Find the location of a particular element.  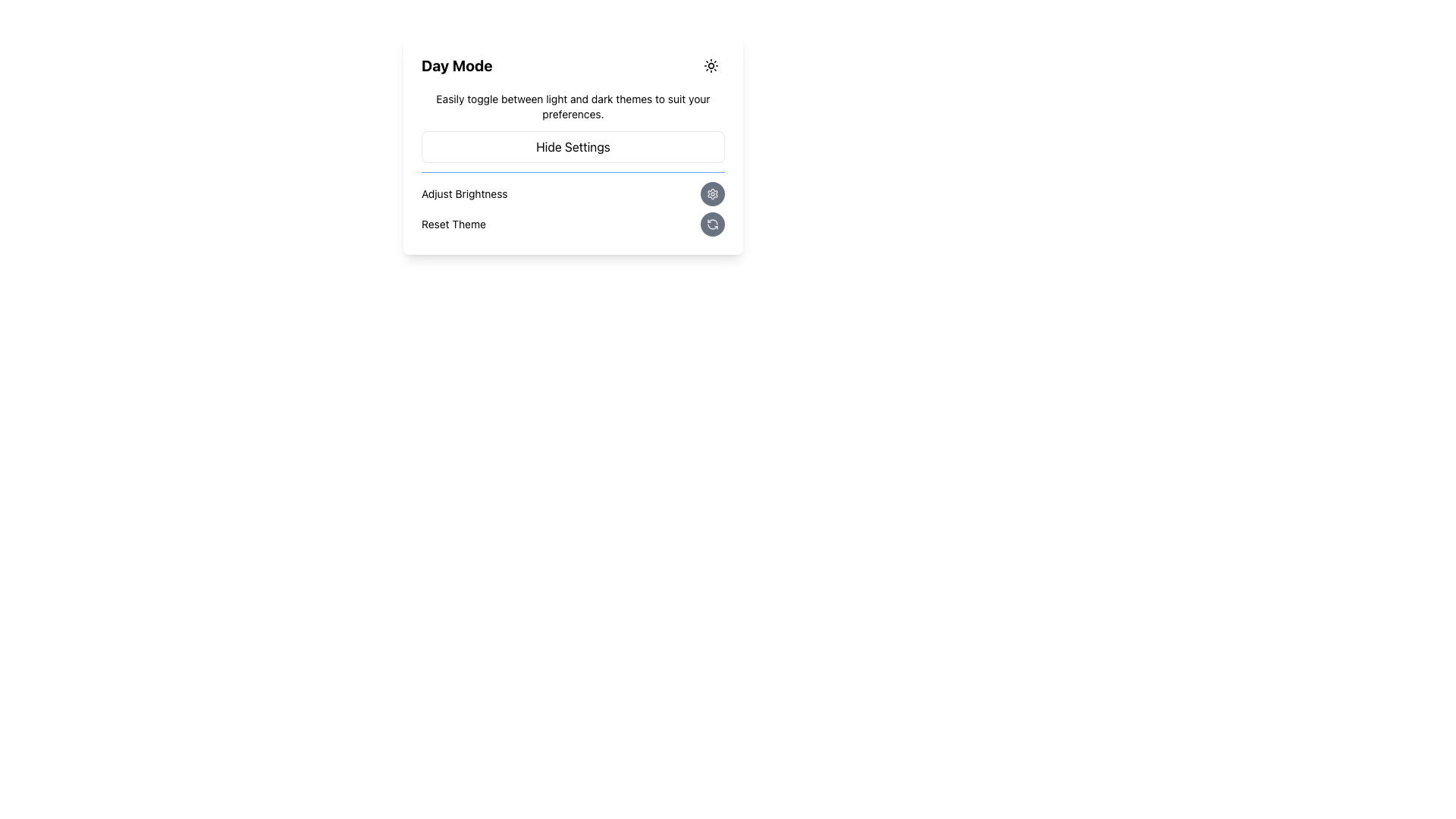

the 'Hide Settings' button, which is a rectangular button with rounded corners located below instructional text and above the 'Adjust Brightness' and 'Reset Theme' components is located at coordinates (572, 144).